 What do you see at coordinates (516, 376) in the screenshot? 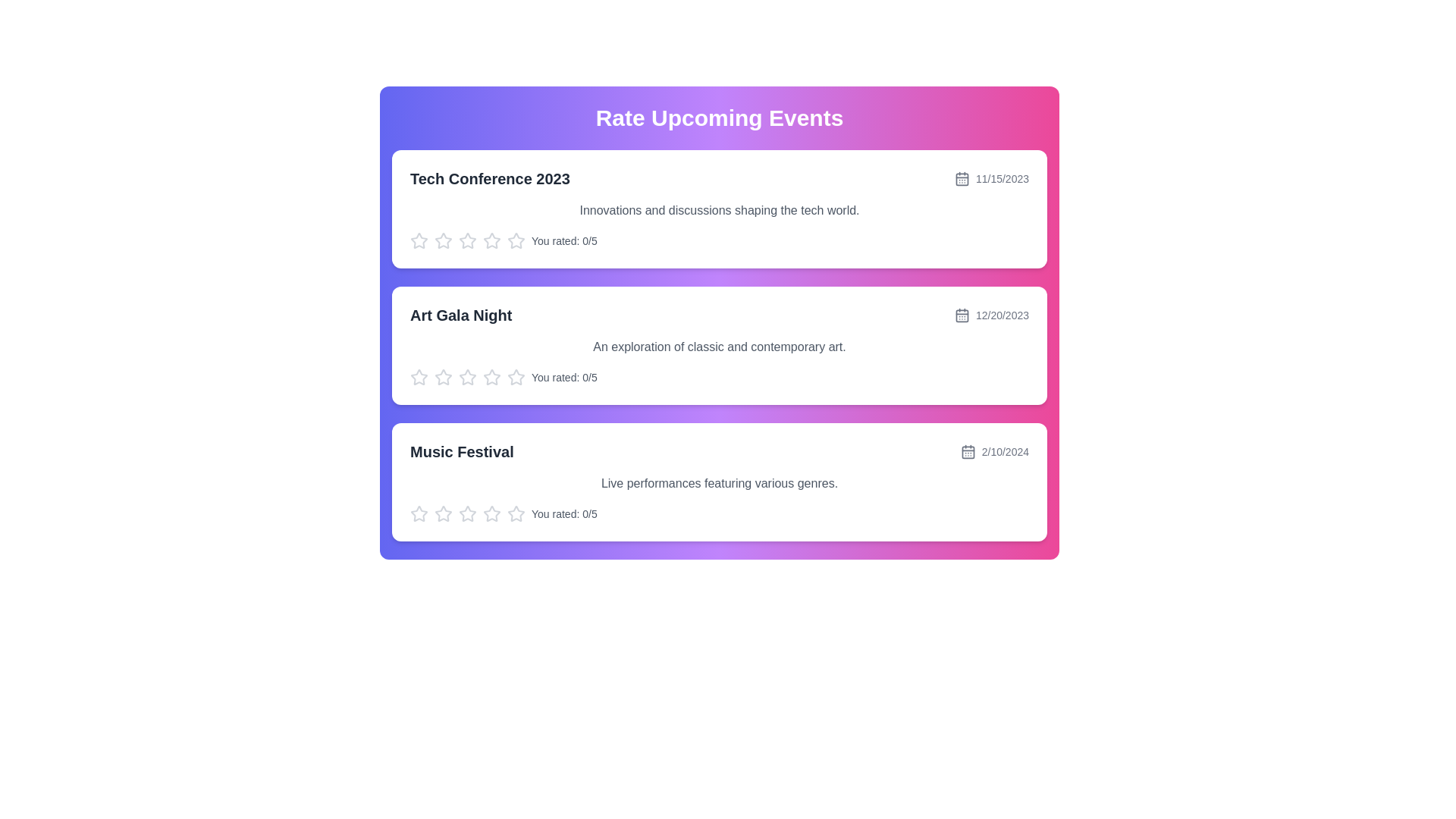
I see `the first star icon in the rating system located under the 'Art Gala Night' event` at bounding box center [516, 376].